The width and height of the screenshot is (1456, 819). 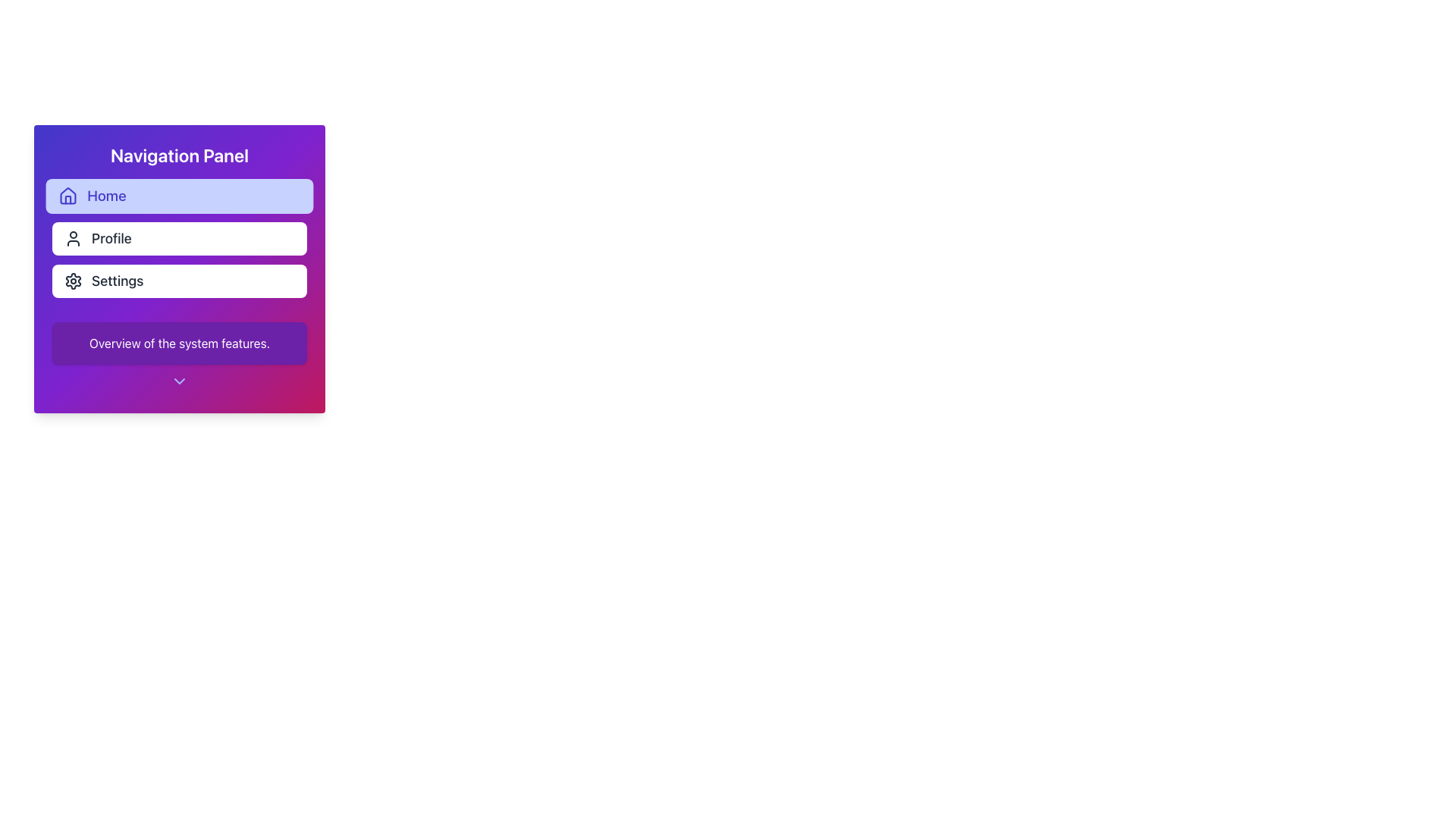 What do you see at coordinates (179, 239) in the screenshot?
I see `the 'Profile' button in the vertical navigation panel` at bounding box center [179, 239].